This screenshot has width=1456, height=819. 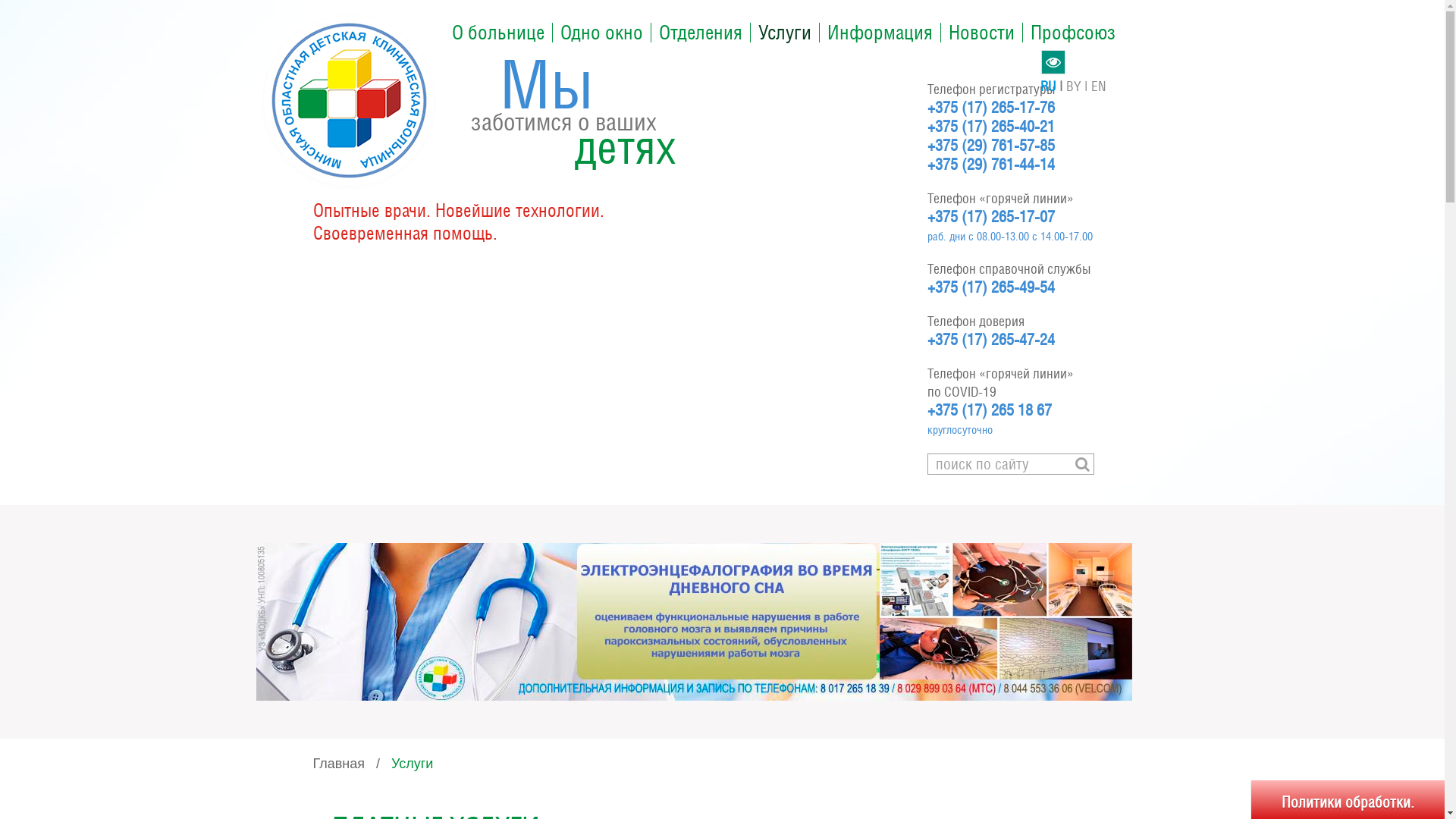 I want to click on 'BY', so click(x=1078, y=86).